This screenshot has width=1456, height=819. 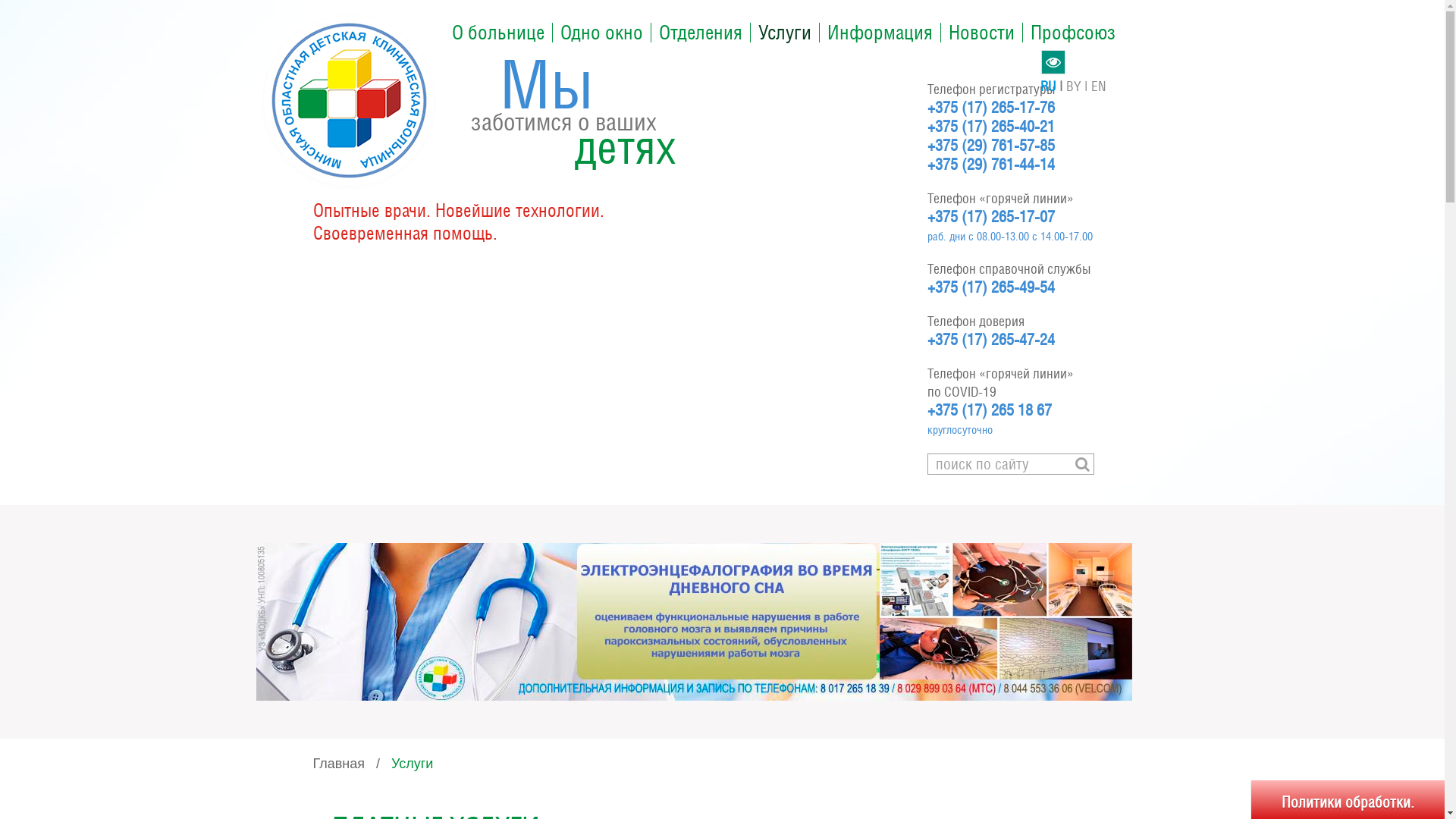 I want to click on 'BY', so click(x=1078, y=86).